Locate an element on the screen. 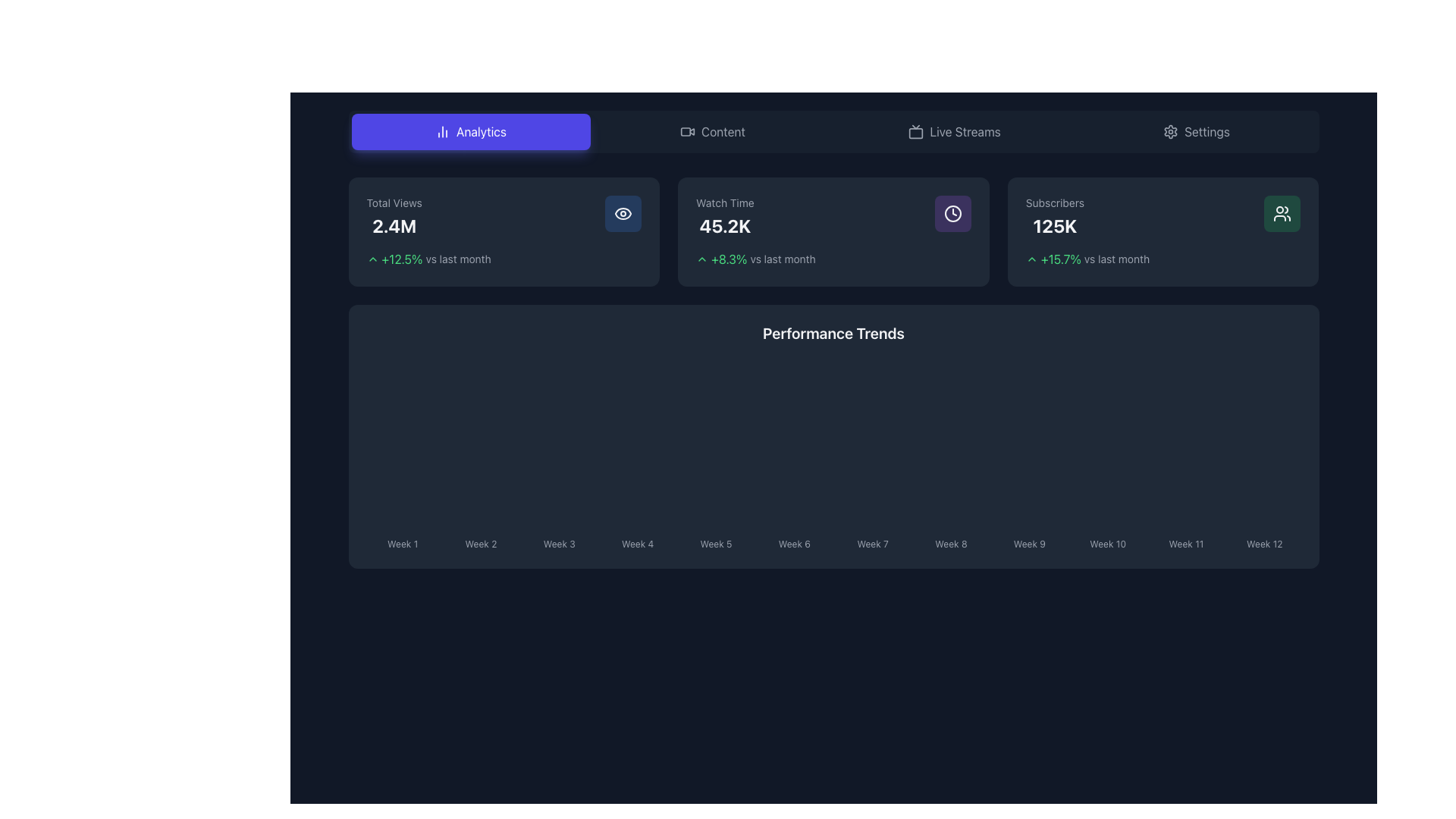 The image size is (1456, 819). the visibility icon located in the 'Total Views' card at the top-right corner is located at coordinates (623, 213).